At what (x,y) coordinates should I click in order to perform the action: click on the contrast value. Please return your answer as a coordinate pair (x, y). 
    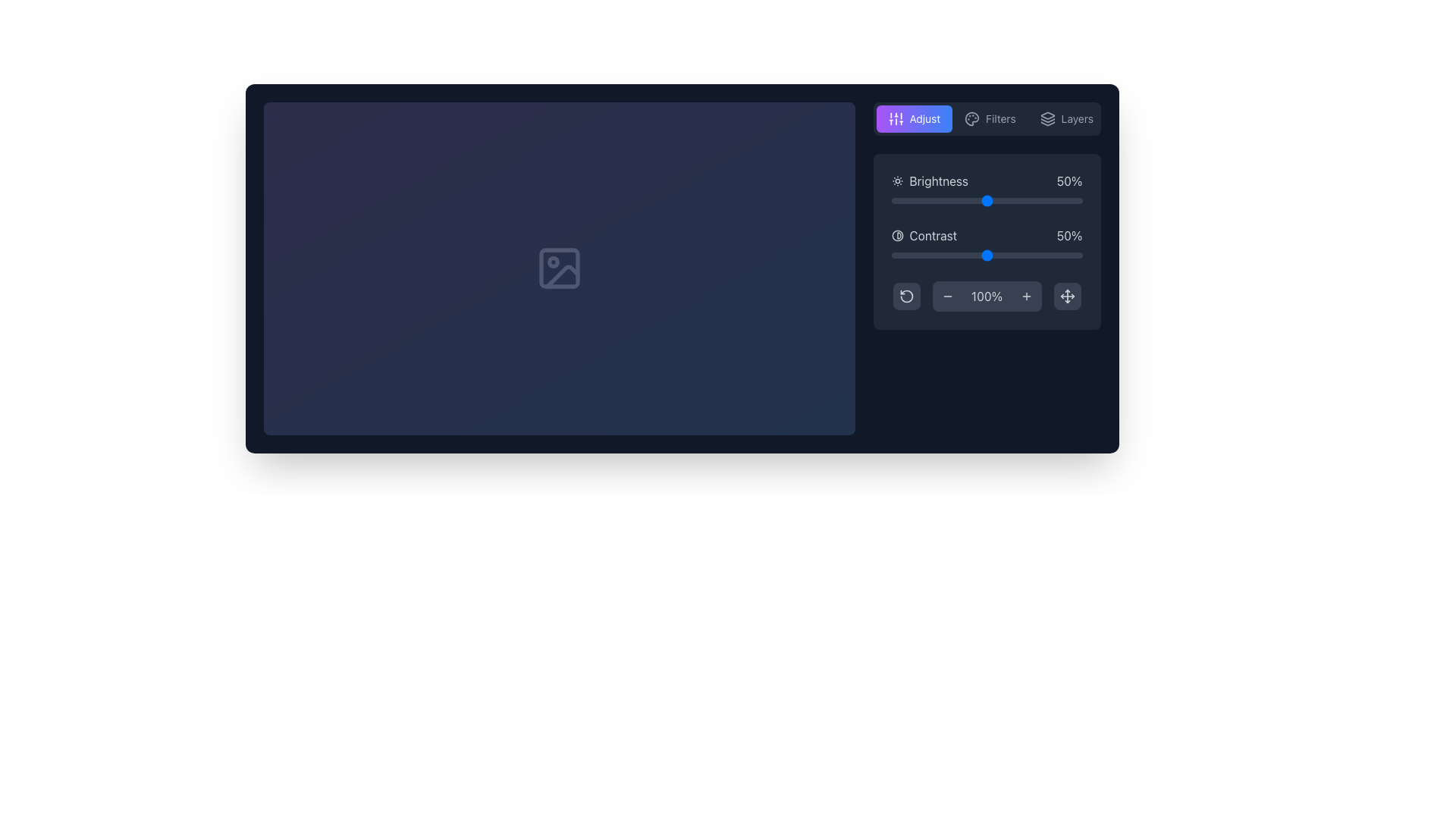
    Looking at the image, I should click on (1064, 254).